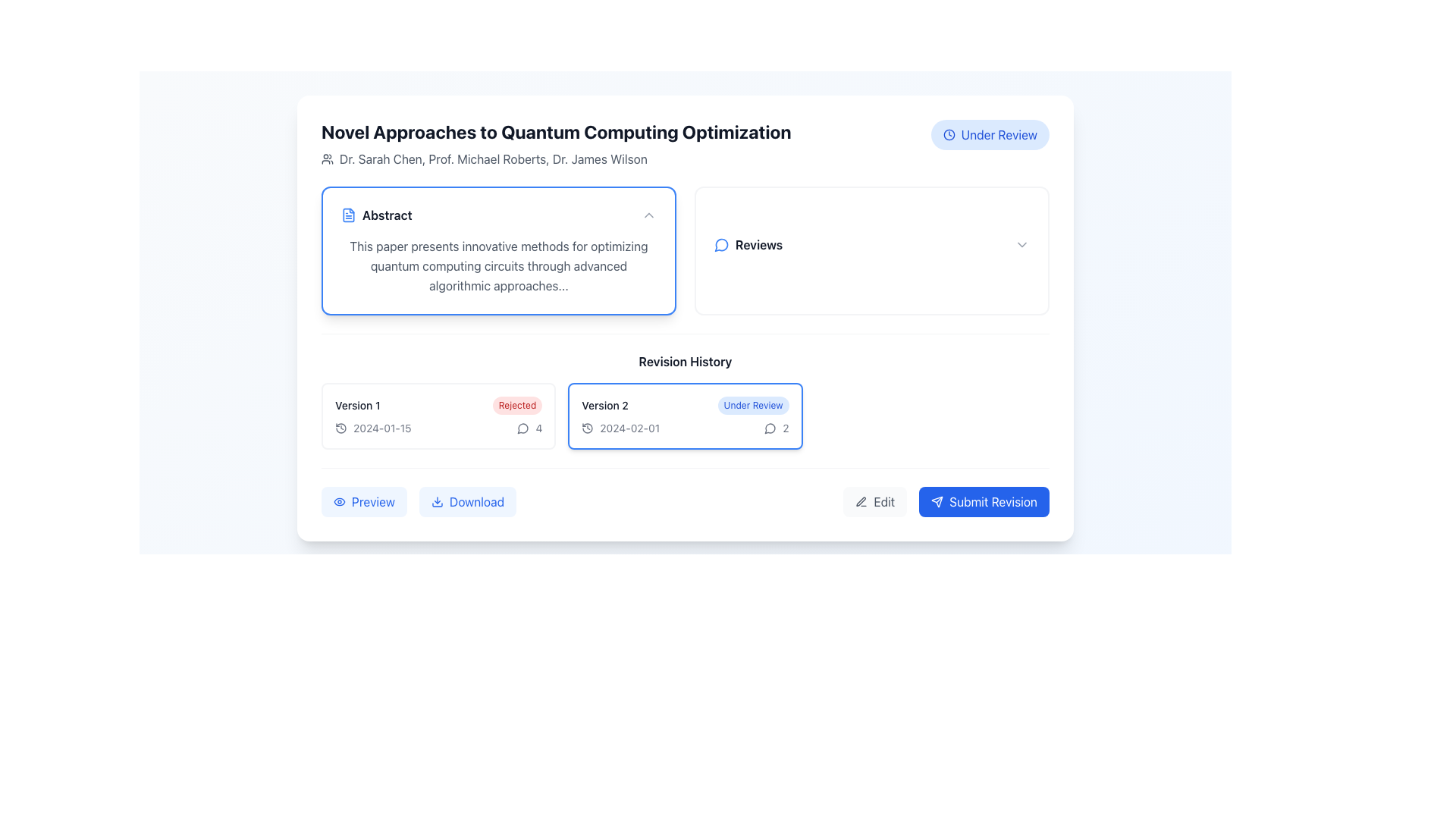  I want to click on the clock icon located inside the 'Under Review' badge at the top-right corner of the main content area, so click(948, 133).